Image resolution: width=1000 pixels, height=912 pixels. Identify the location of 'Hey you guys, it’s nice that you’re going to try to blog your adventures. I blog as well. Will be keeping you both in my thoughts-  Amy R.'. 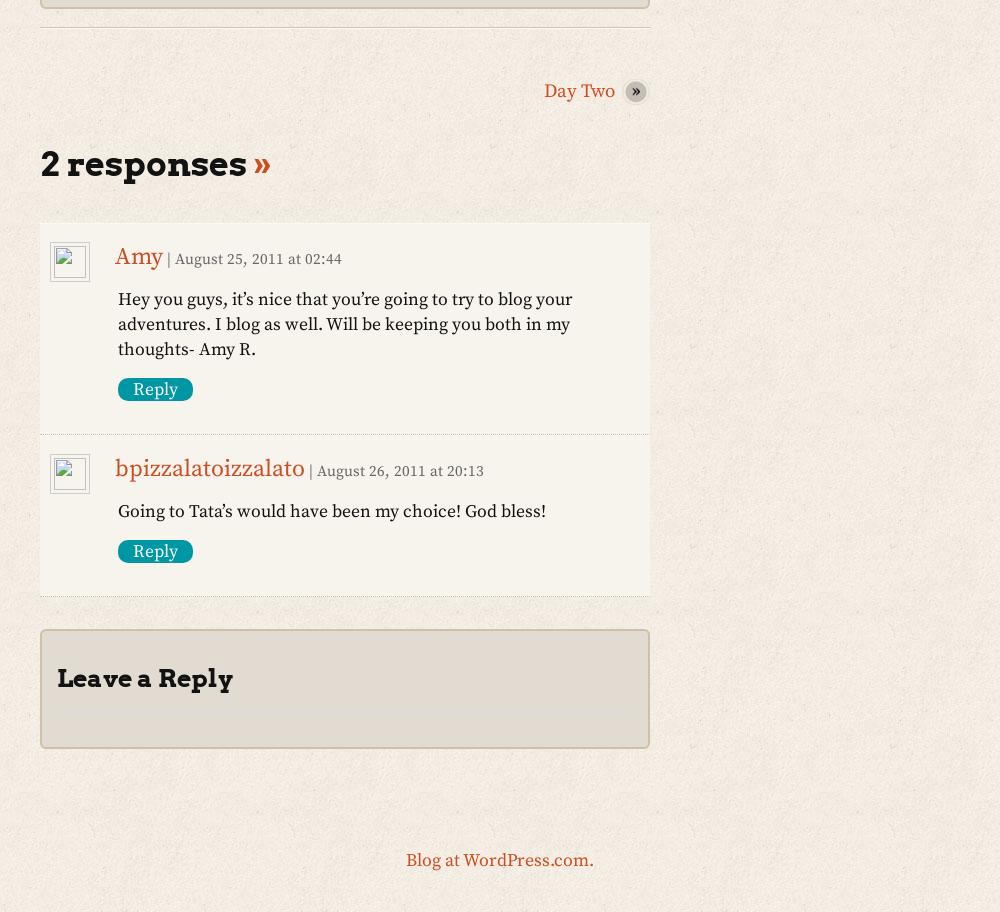
(344, 324).